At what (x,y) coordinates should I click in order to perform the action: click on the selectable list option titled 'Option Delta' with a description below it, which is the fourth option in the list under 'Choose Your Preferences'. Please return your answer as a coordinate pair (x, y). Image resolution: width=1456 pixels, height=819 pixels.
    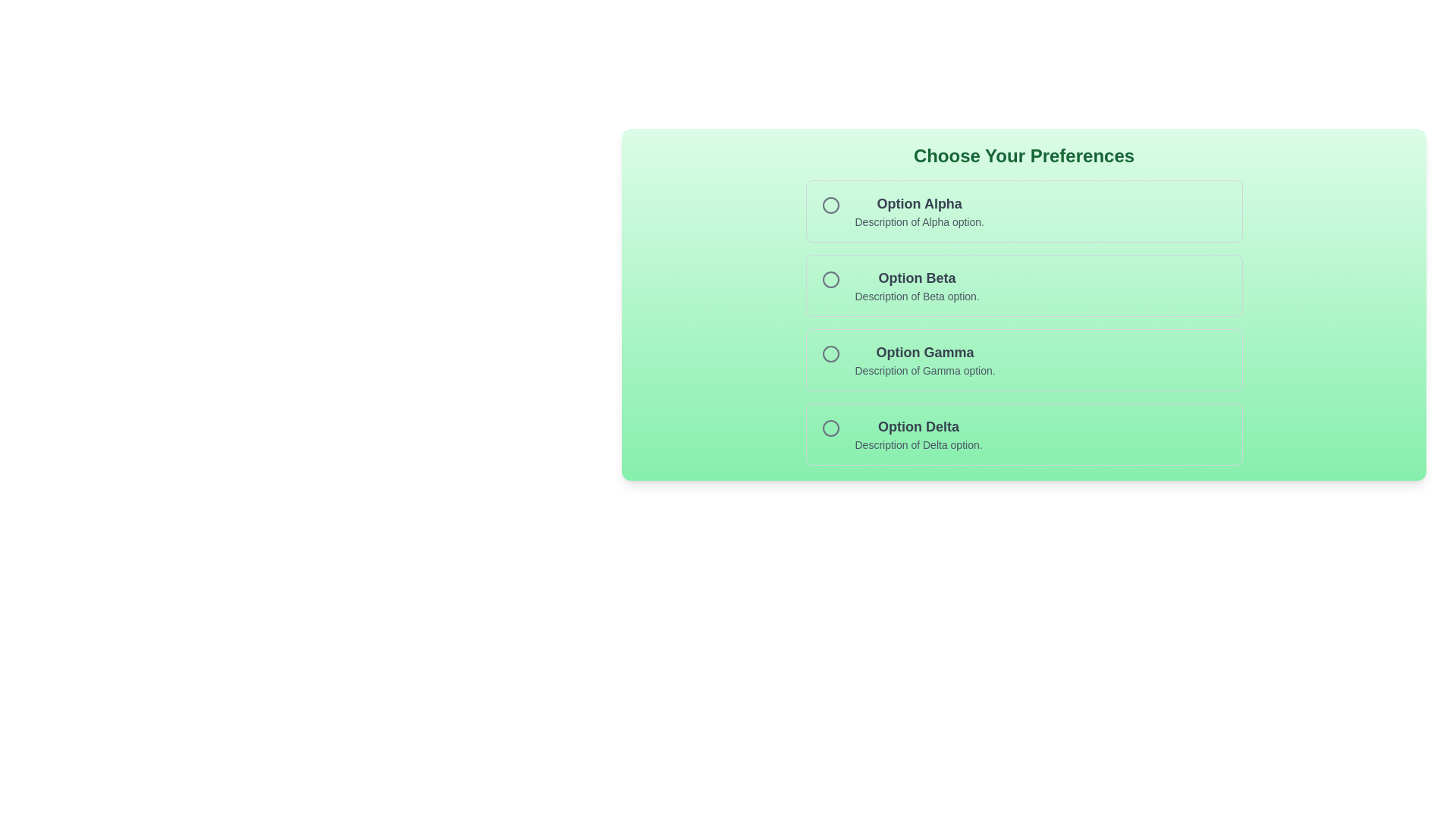
    Looking at the image, I should click on (1024, 435).